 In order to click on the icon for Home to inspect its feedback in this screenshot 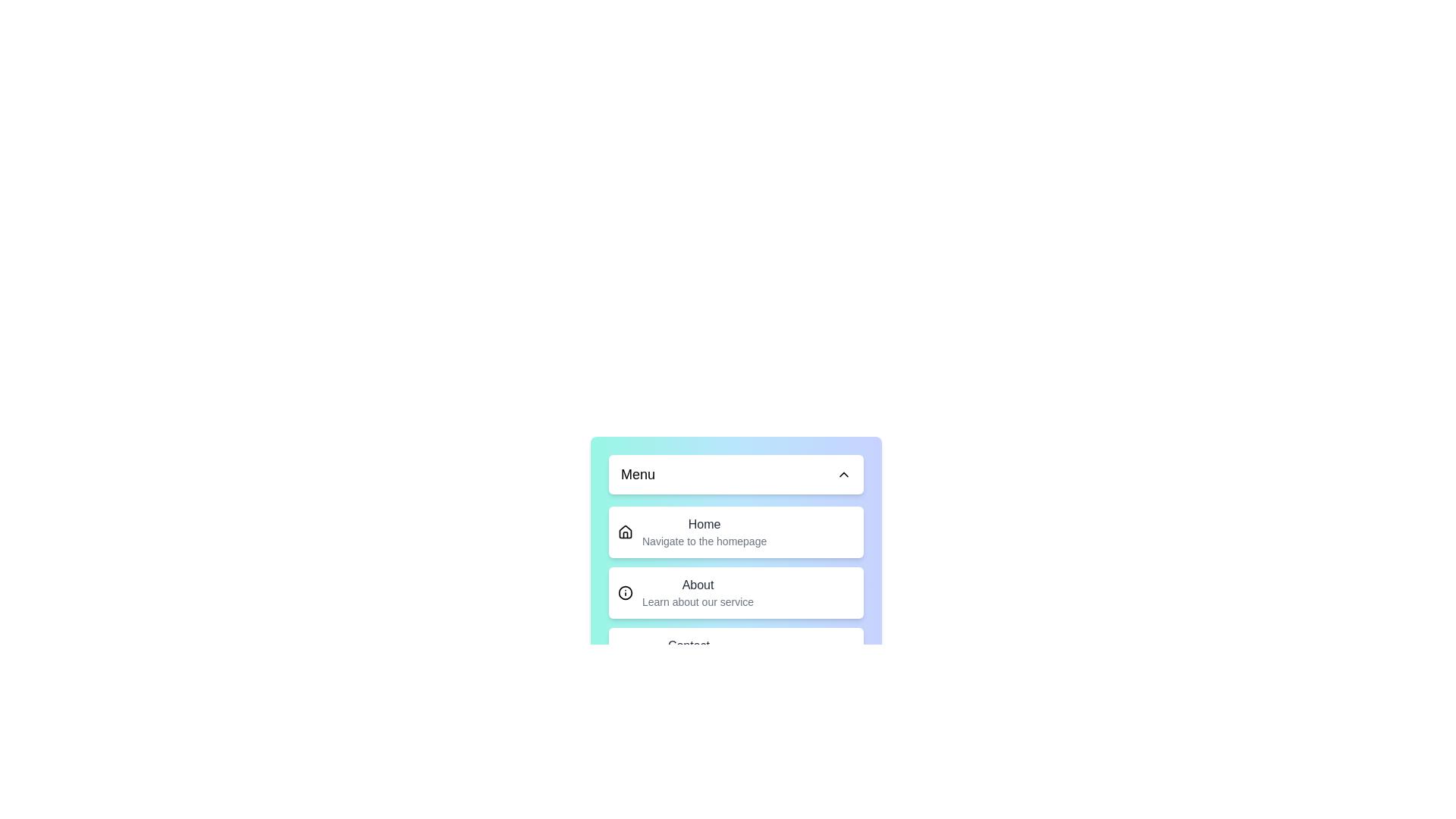, I will do `click(626, 532)`.